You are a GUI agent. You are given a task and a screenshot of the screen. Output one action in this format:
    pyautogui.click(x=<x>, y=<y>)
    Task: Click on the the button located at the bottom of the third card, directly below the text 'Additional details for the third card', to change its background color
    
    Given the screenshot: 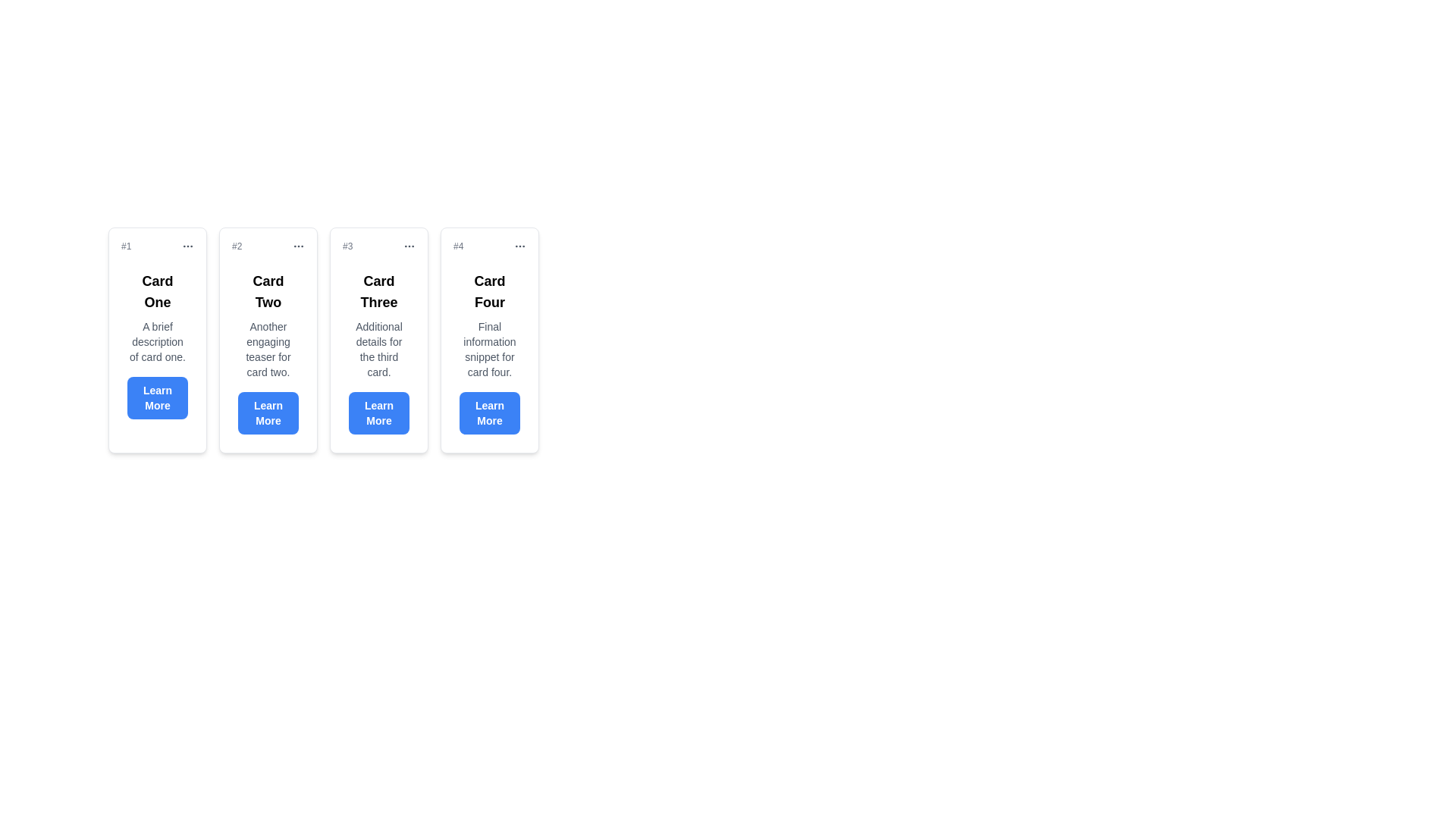 What is the action you would take?
    pyautogui.click(x=378, y=413)
    